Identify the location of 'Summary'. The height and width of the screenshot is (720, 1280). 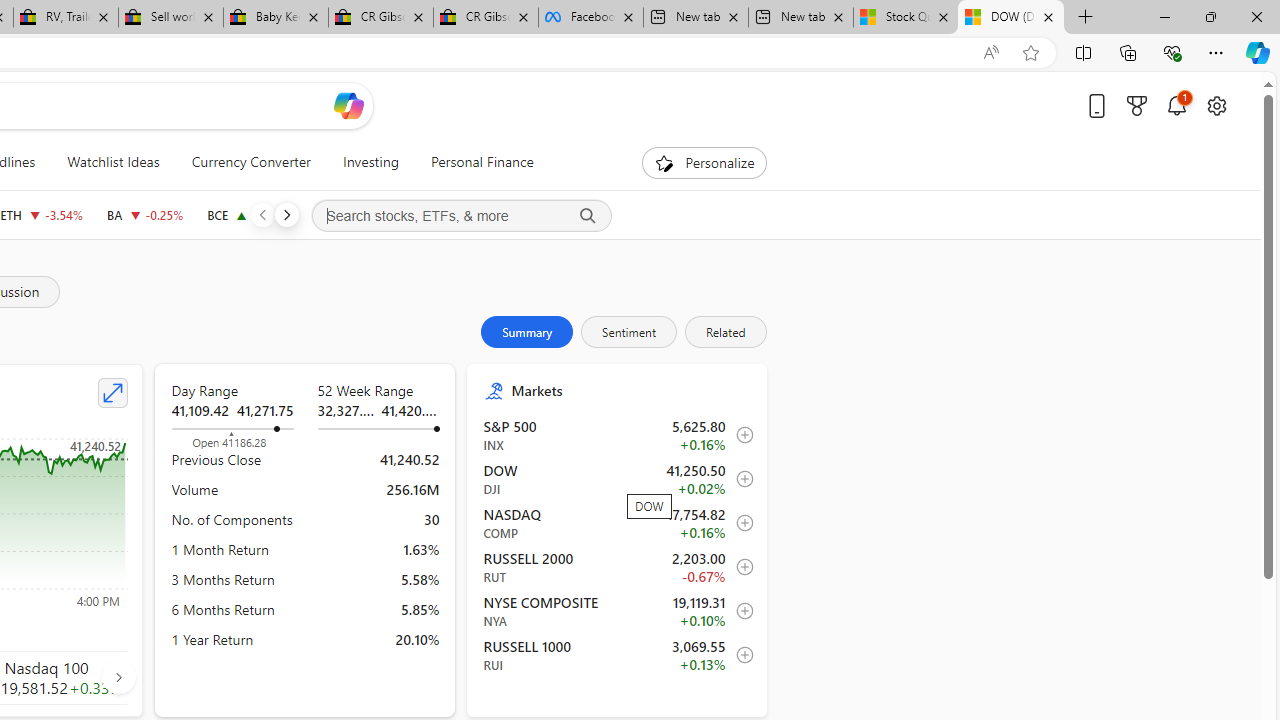
(527, 330).